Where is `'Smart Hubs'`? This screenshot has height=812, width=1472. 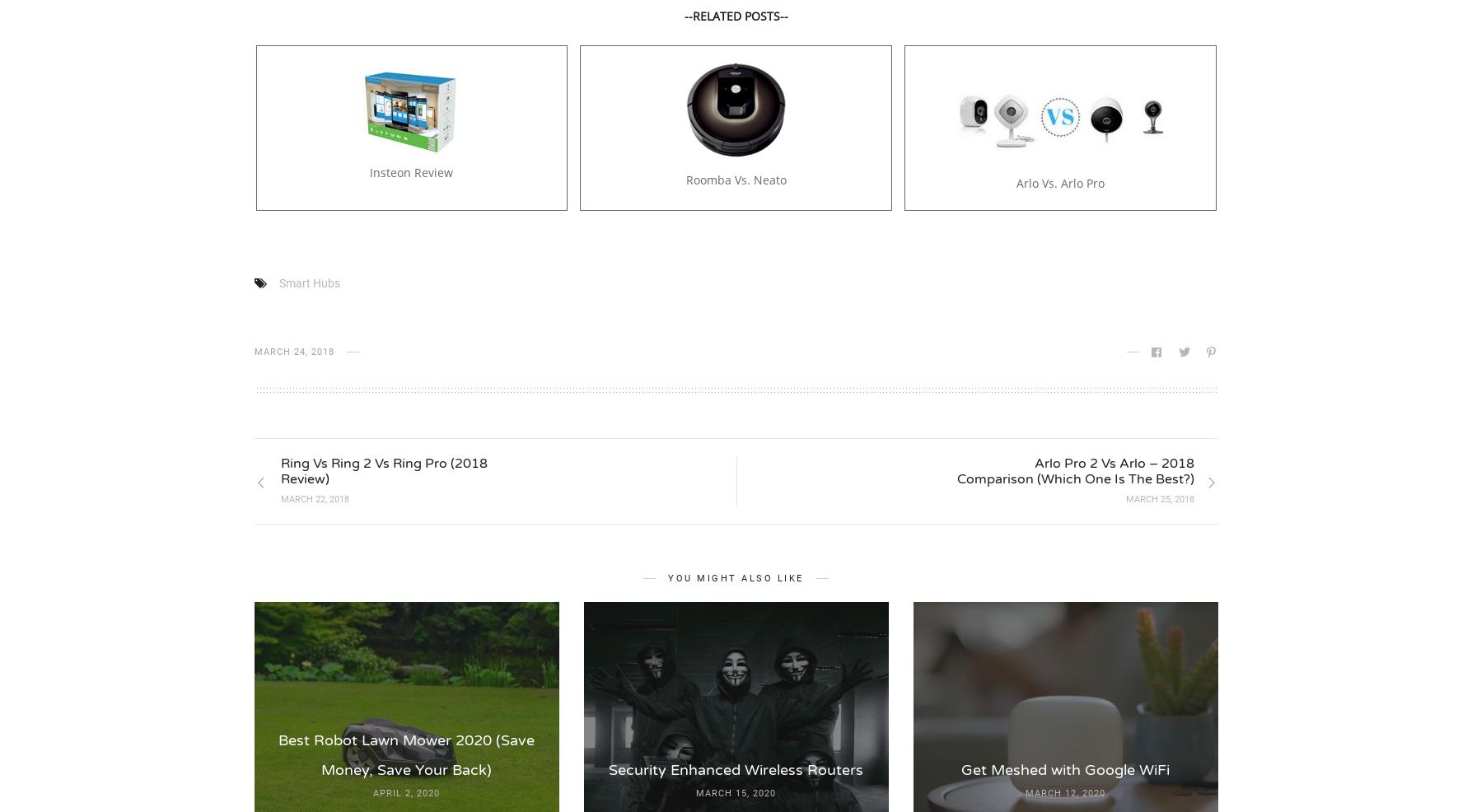
'Smart Hubs' is located at coordinates (277, 282).